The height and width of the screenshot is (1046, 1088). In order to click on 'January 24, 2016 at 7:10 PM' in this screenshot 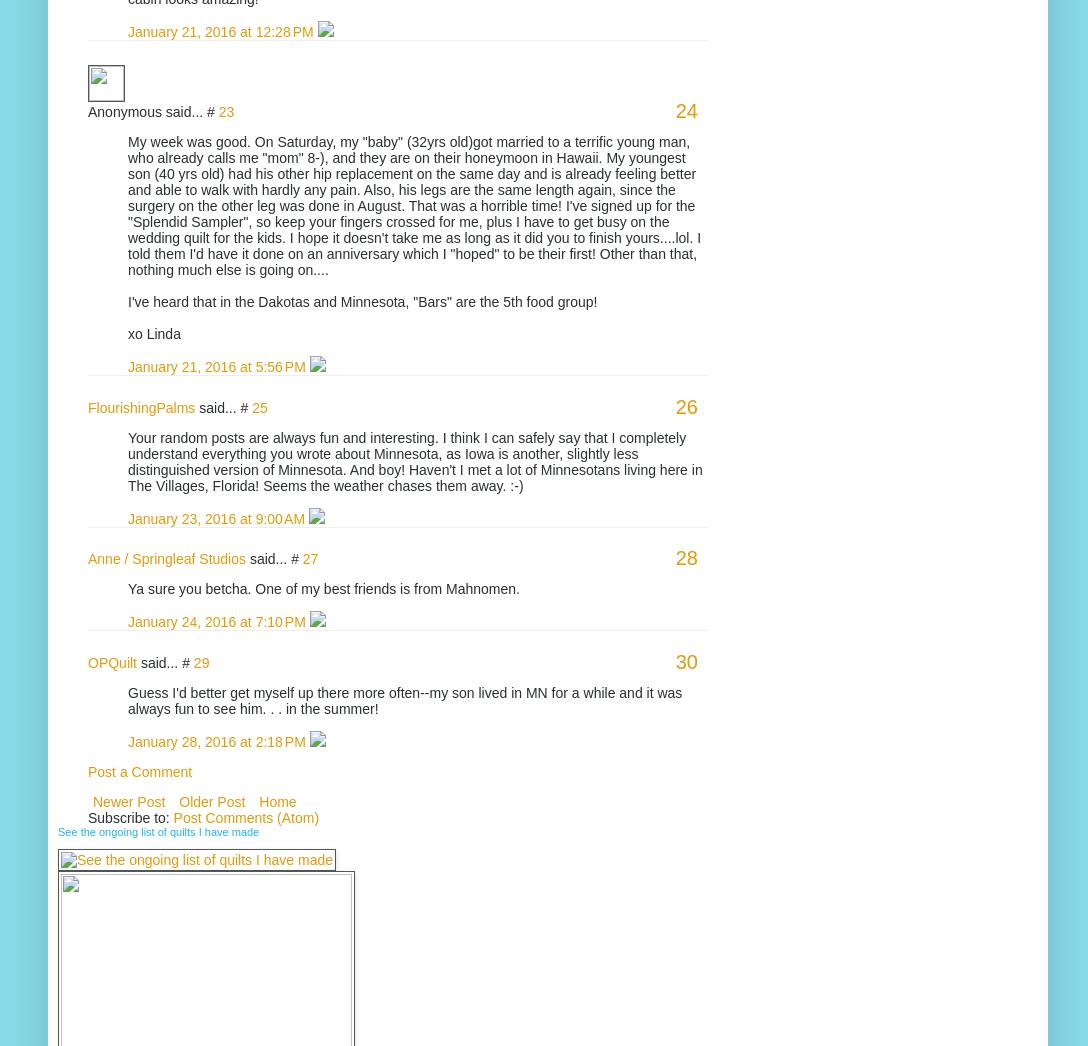, I will do `click(217, 621)`.